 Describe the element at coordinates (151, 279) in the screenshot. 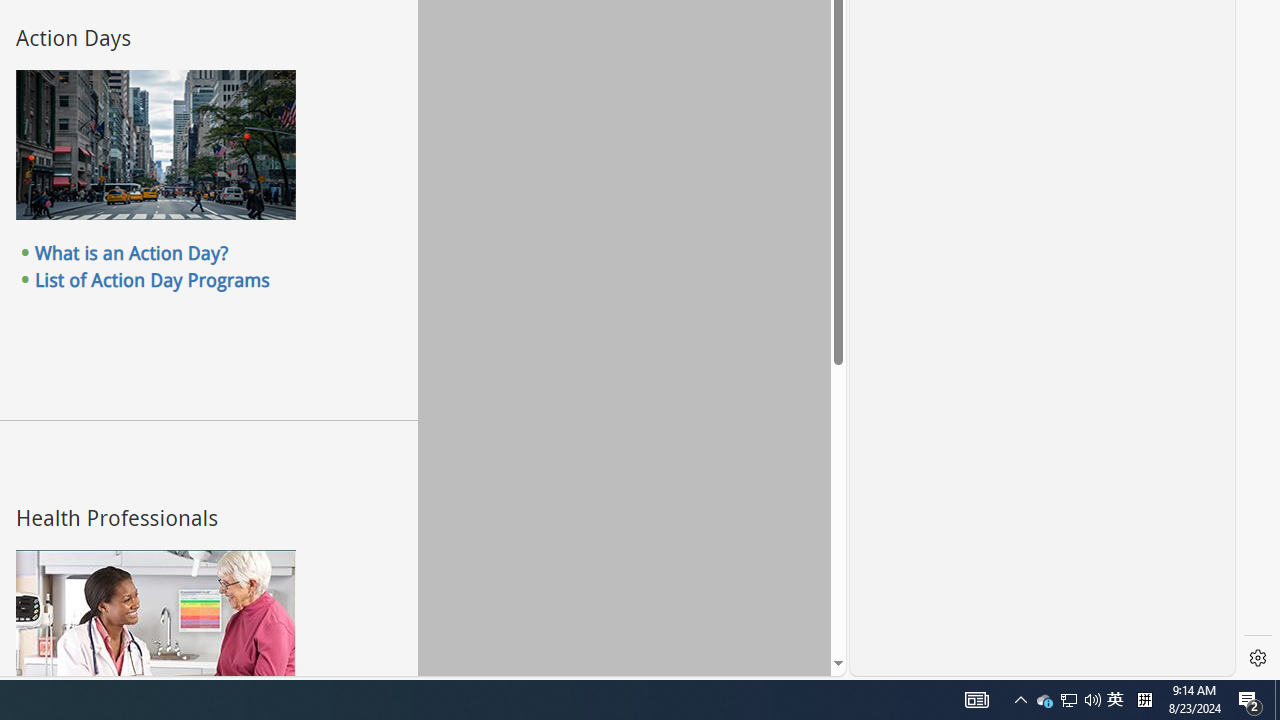

I see `'List of Action Day Programs'` at that location.